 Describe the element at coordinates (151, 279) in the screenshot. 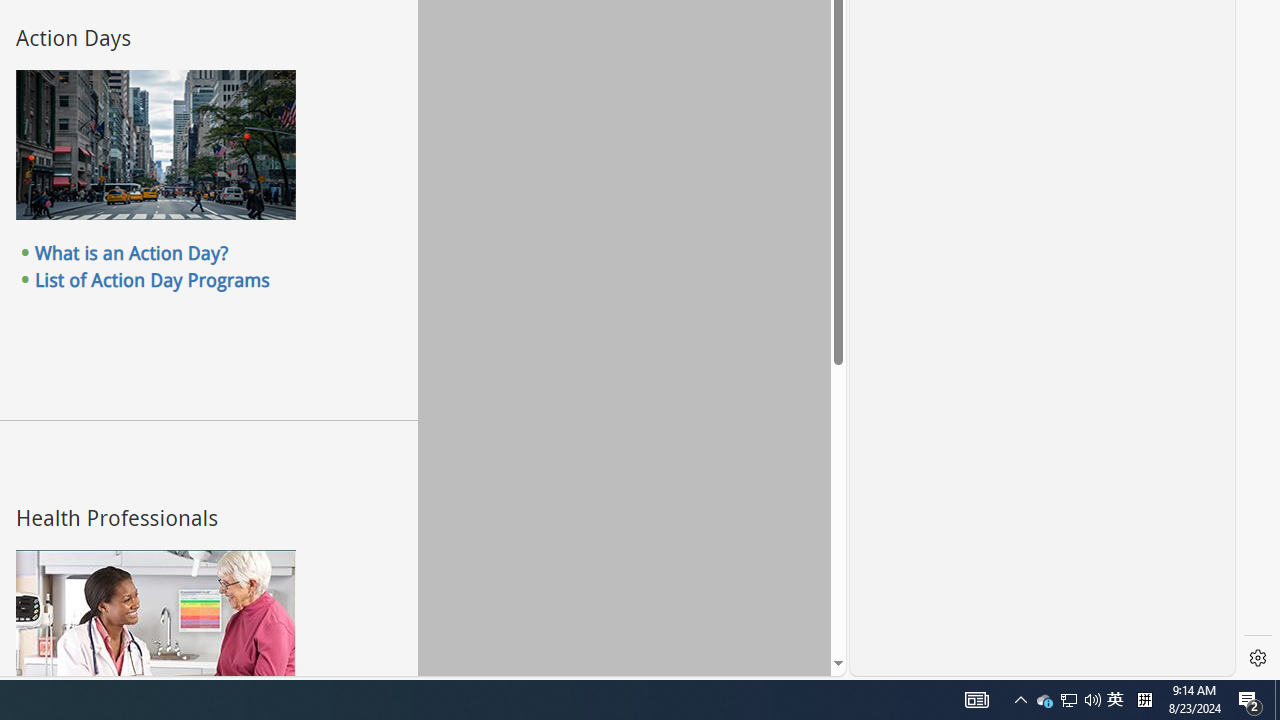

I see `'List of Action Day Programs'` at that location.